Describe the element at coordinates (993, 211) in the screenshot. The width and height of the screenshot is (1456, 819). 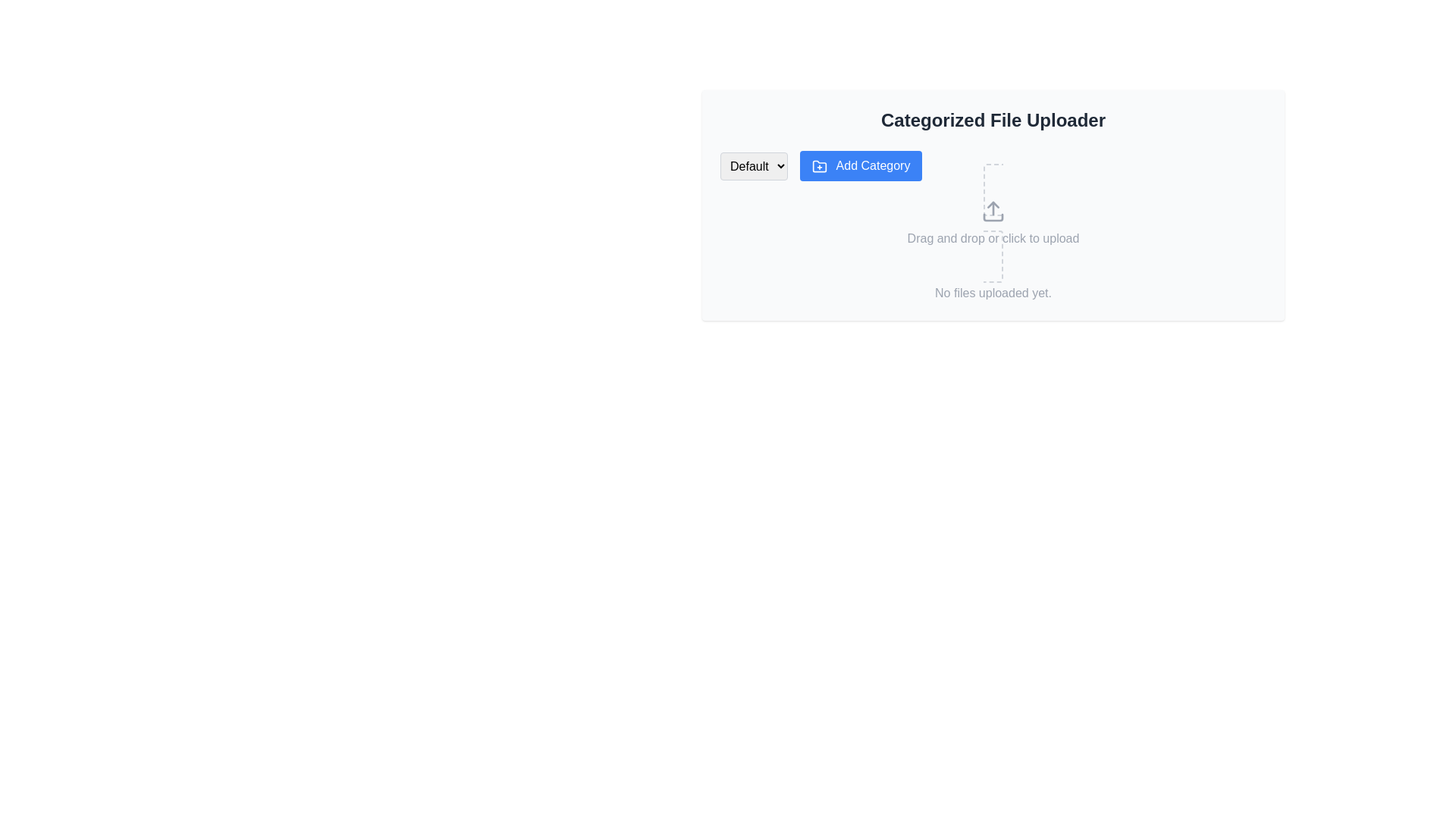
I see `the upload icon located centrally within the dashed-outline rectangular upload area, which is below the header labeled 'Categorized File Uploader'` at that location.